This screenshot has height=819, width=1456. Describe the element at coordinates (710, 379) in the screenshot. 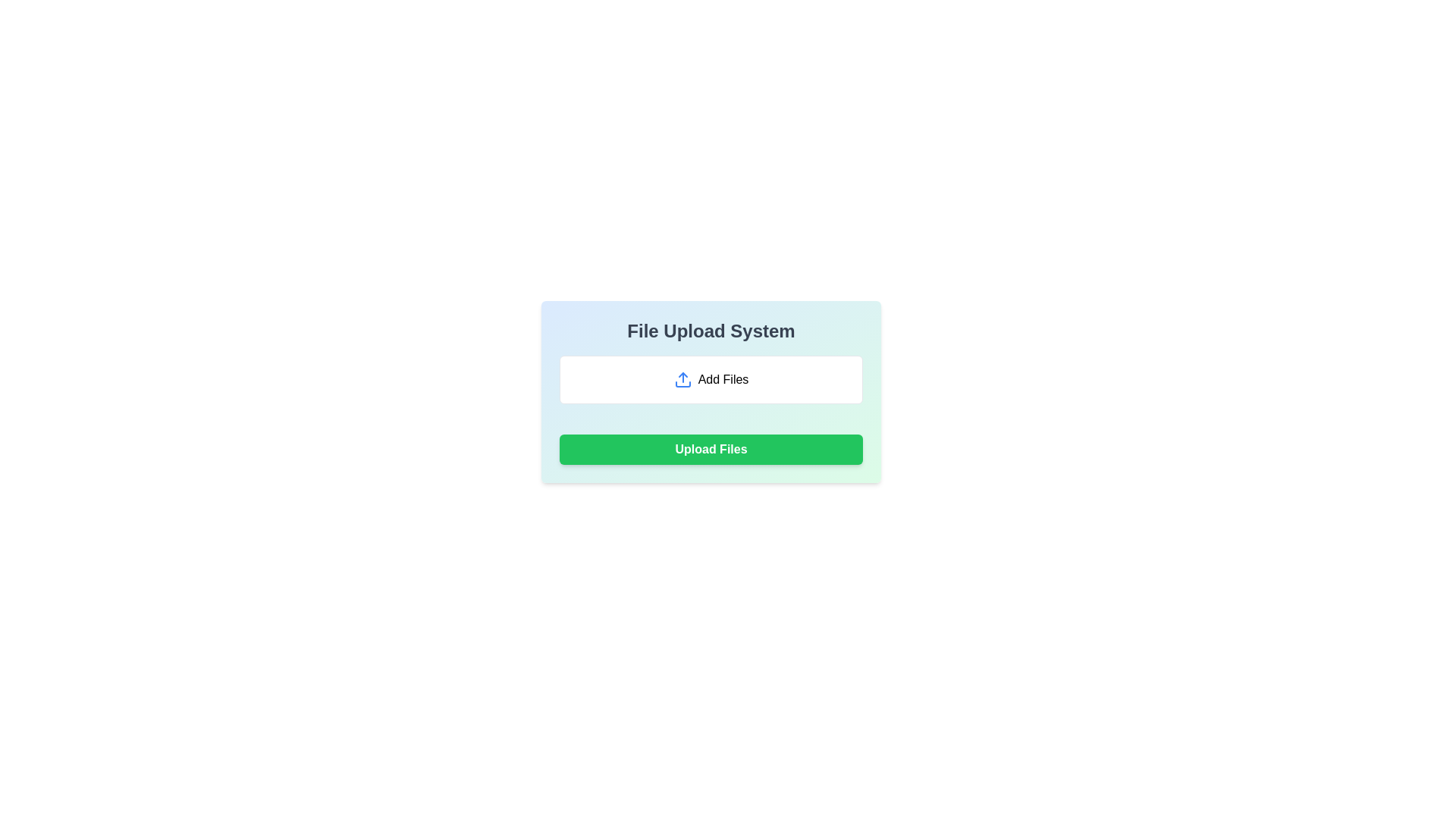

I see `the 'Add Files' button, which is a rounded button with a white background and a blue upload icon on the left` at that location.